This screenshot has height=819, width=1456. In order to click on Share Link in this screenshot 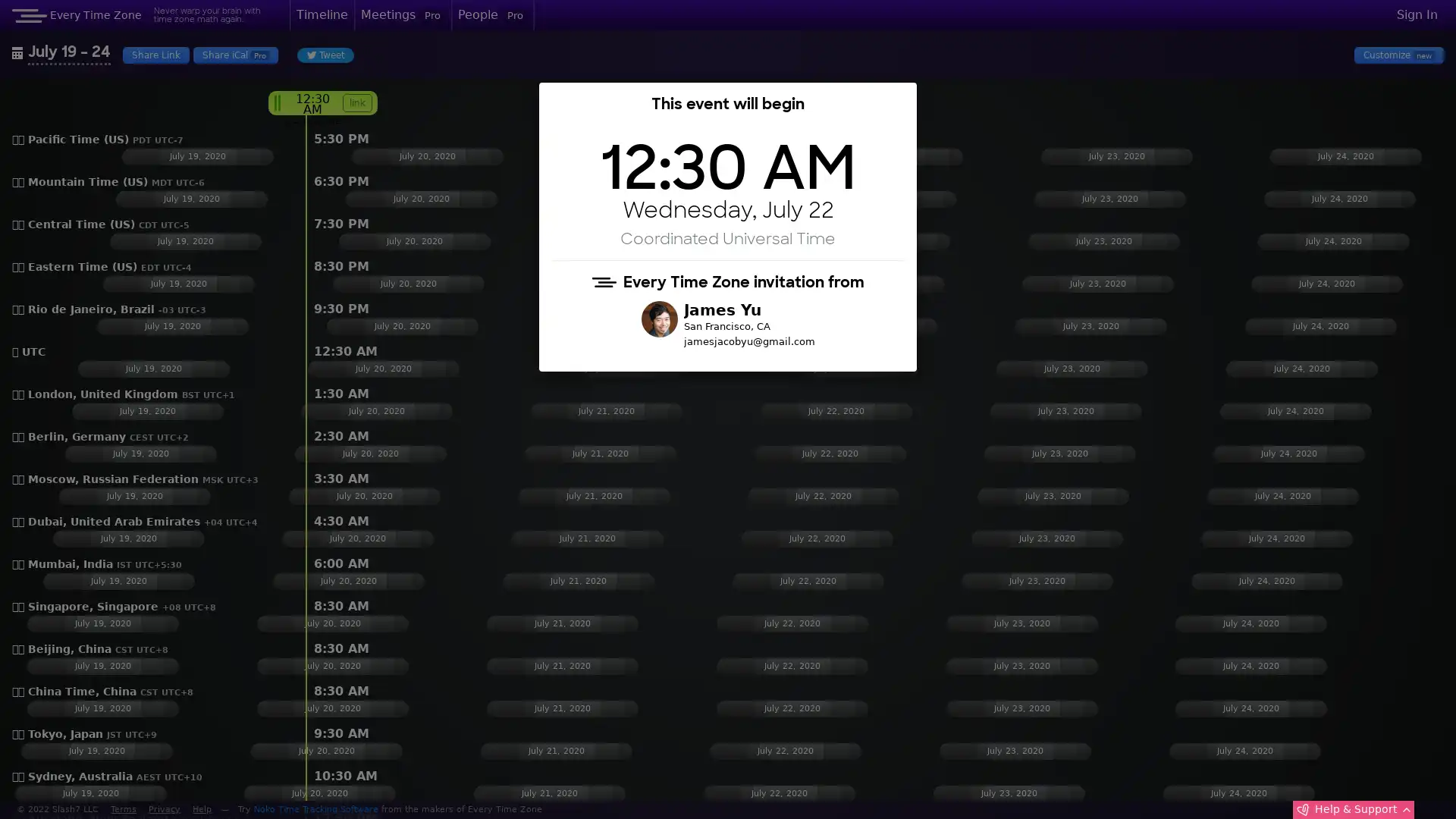, I will do `click(156, 54)`.